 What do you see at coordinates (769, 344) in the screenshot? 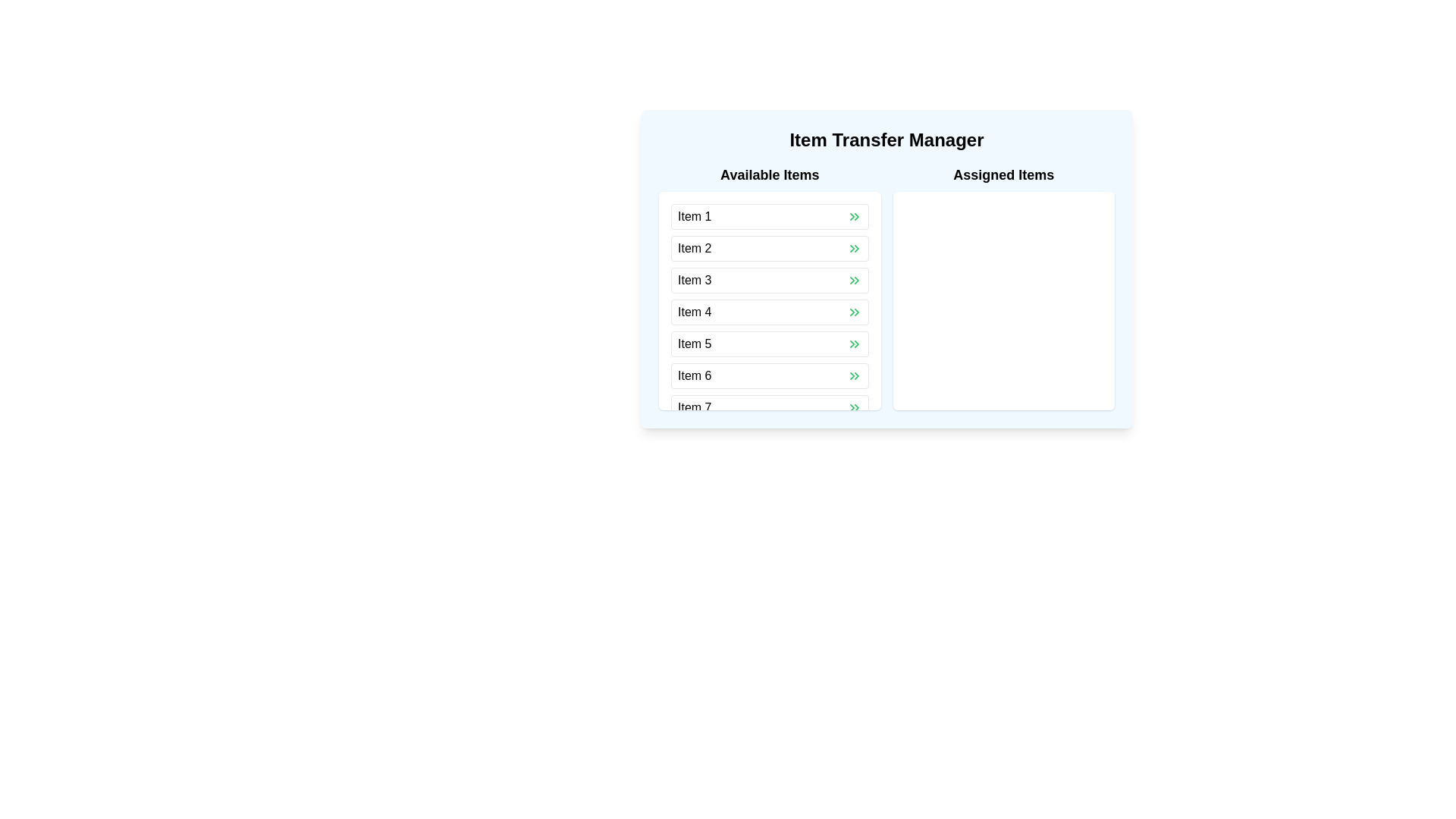
I see `the list item labeled 'Item 5'` at bounding box center [769, 344].